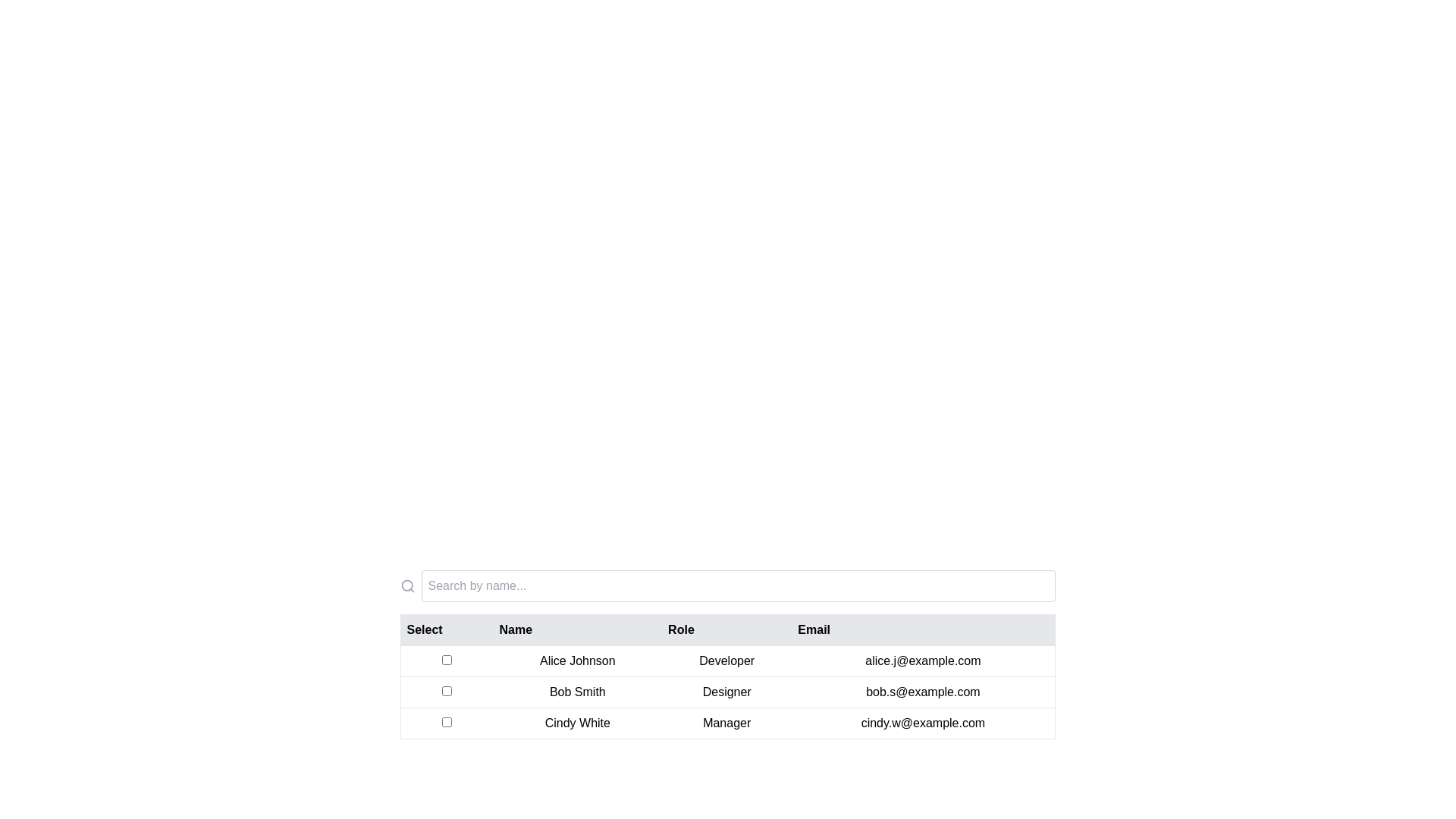 Image resolution: width=1456 pixels, height=819 pixels. I want to click on the small SVG circle located at the center of the magnifier icon in the search area, which is positioned to the left of the search bar at the top of the table interface, so click(406, 585).